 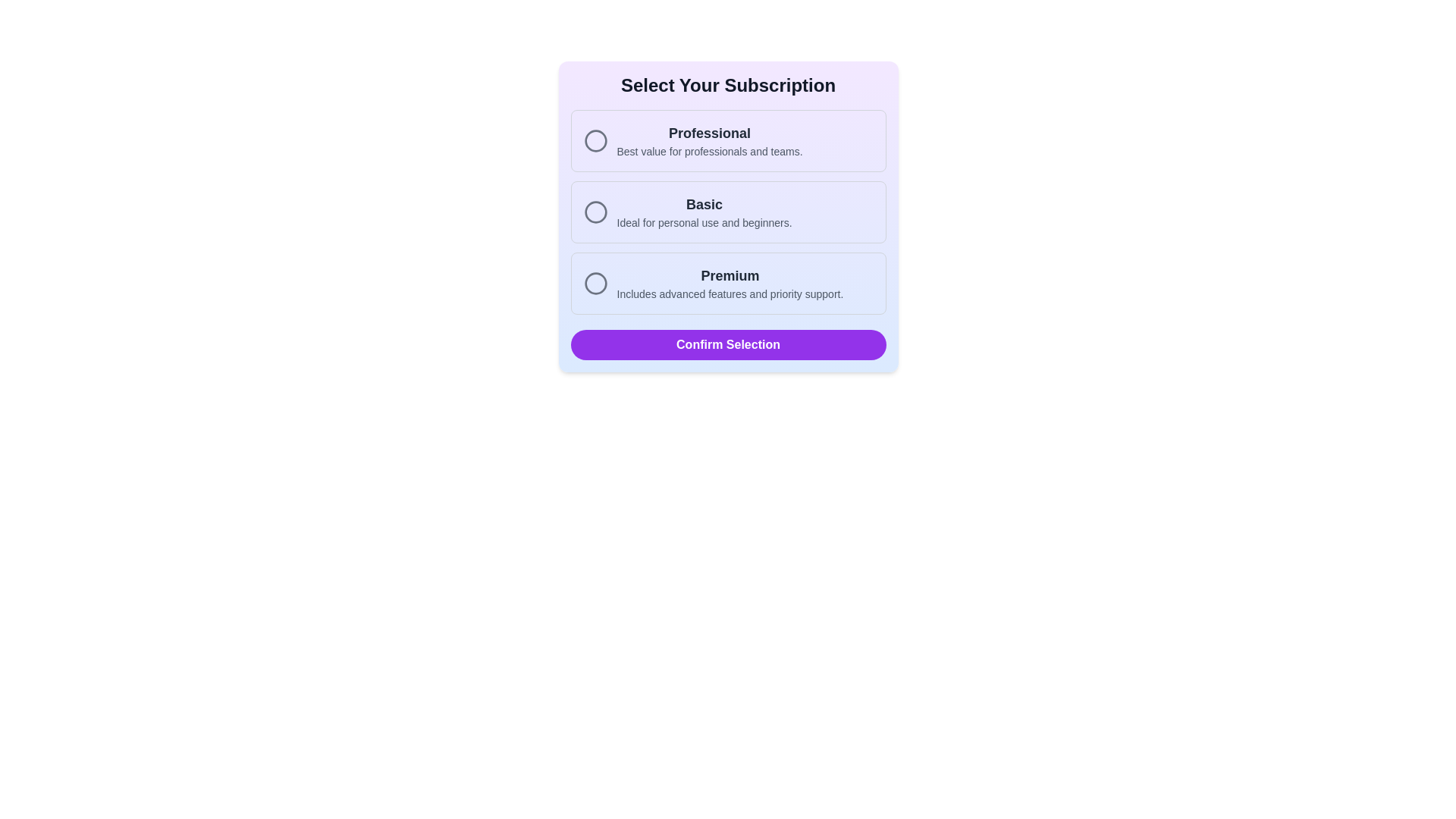 I want to click on the circular selection indicator of the 'Basic' subscription plan option to choose this plan, so click(x=728, y=212).